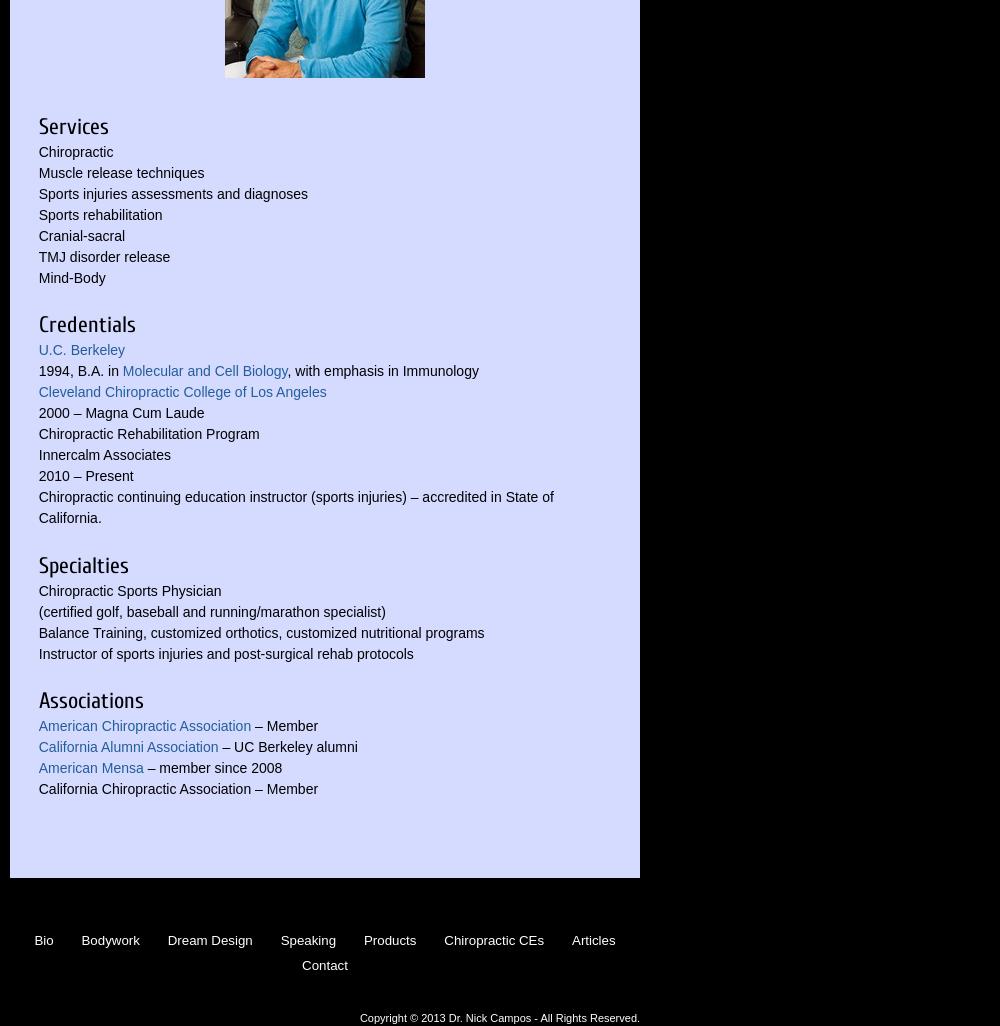  I want to click on 'Bio', so click(34, 939).